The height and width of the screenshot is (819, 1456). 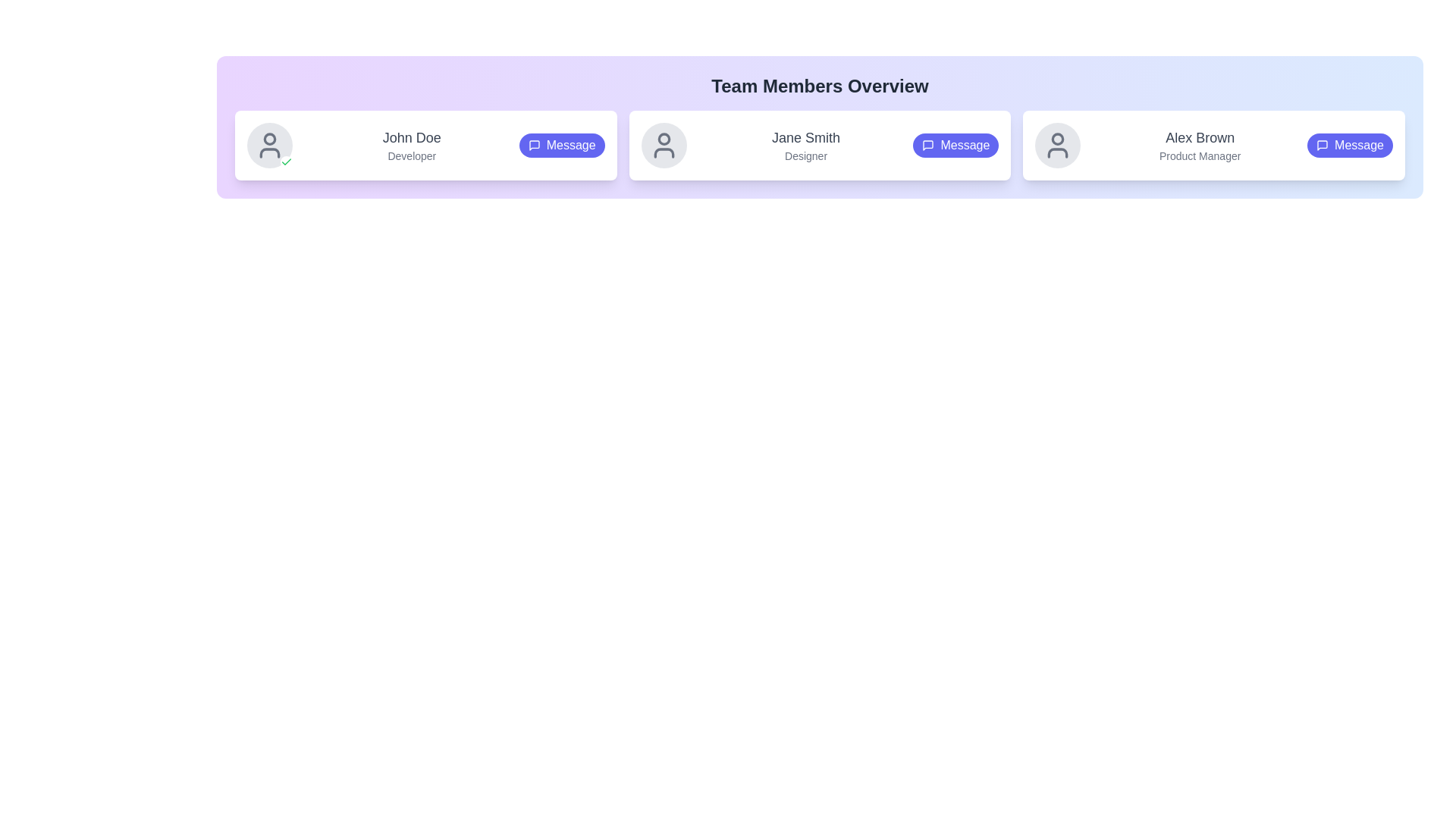 What do you see at coordinates (269, 146) in the screenshot?
I see `the user profile SVG icon, which is a minimalistic representation with a circular head and torso, located within the leftmost card of team members` at bounding box center [269, 146].